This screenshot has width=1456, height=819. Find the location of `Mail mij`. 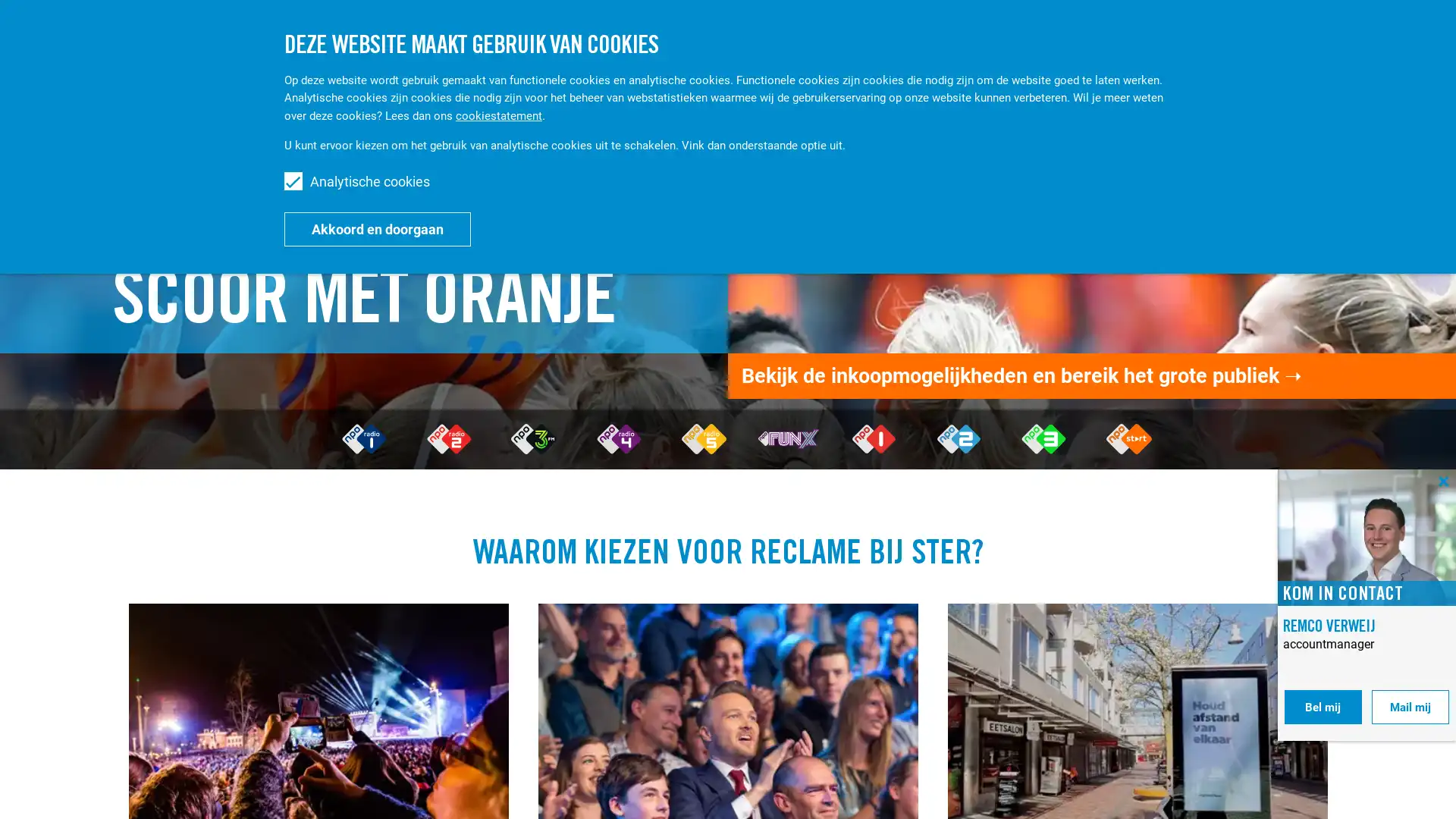

Mail mij is located at coordinates (1410, 707).